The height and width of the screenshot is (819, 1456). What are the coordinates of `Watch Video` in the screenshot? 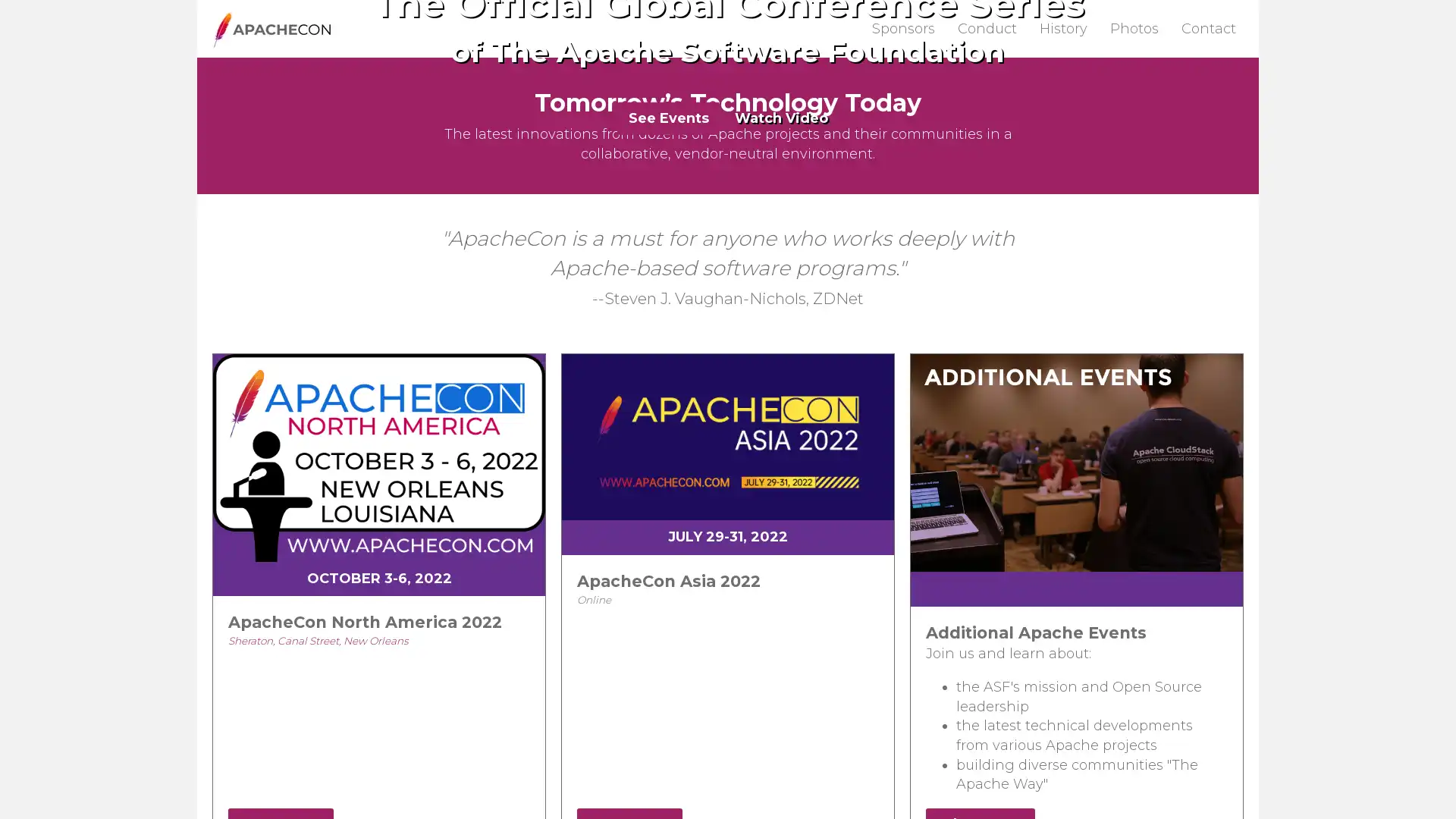 It's located at (781, 314).